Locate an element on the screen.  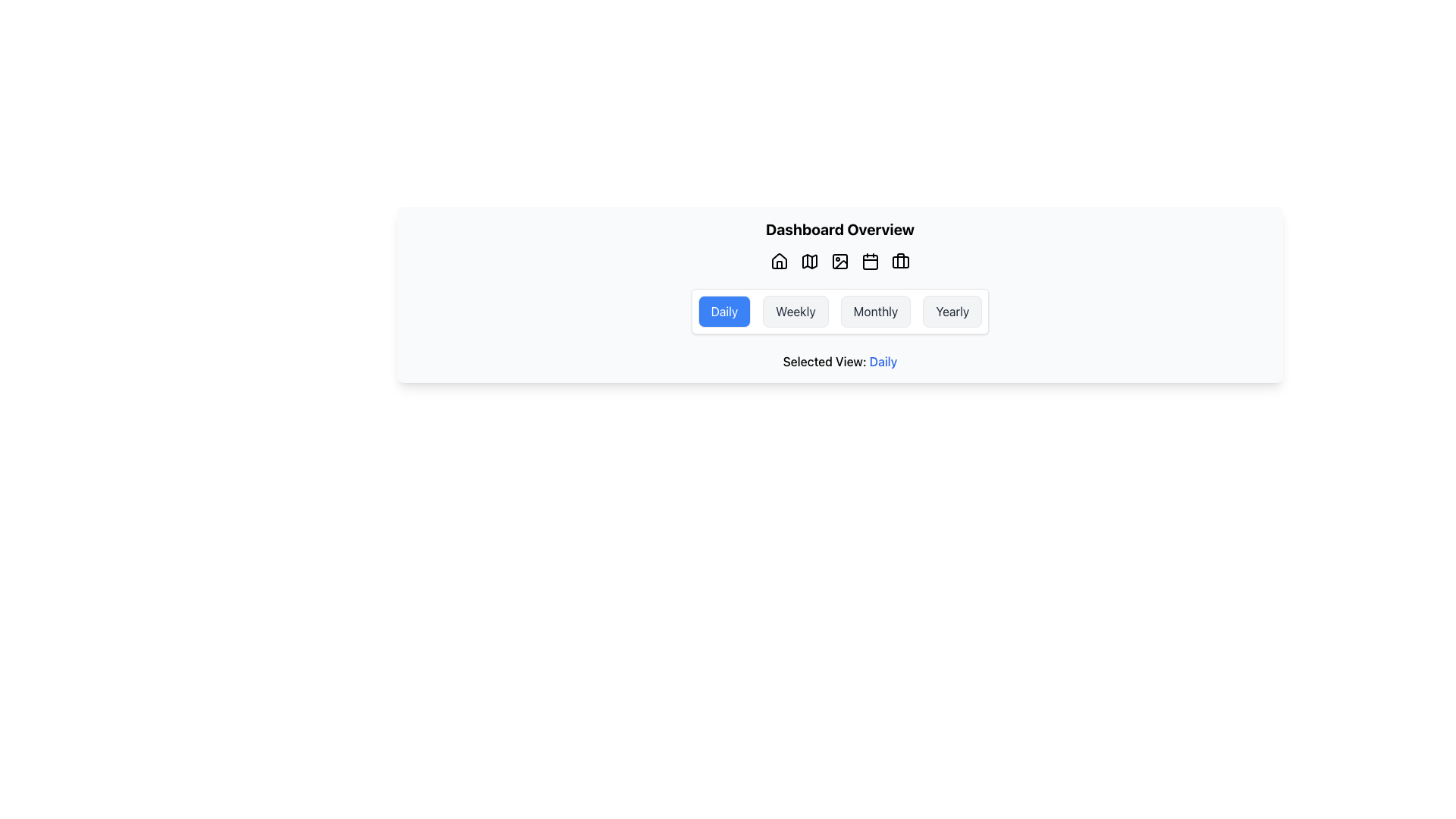
the blue 'Daily' button with rounded corners is located at coordinates (723, 311).